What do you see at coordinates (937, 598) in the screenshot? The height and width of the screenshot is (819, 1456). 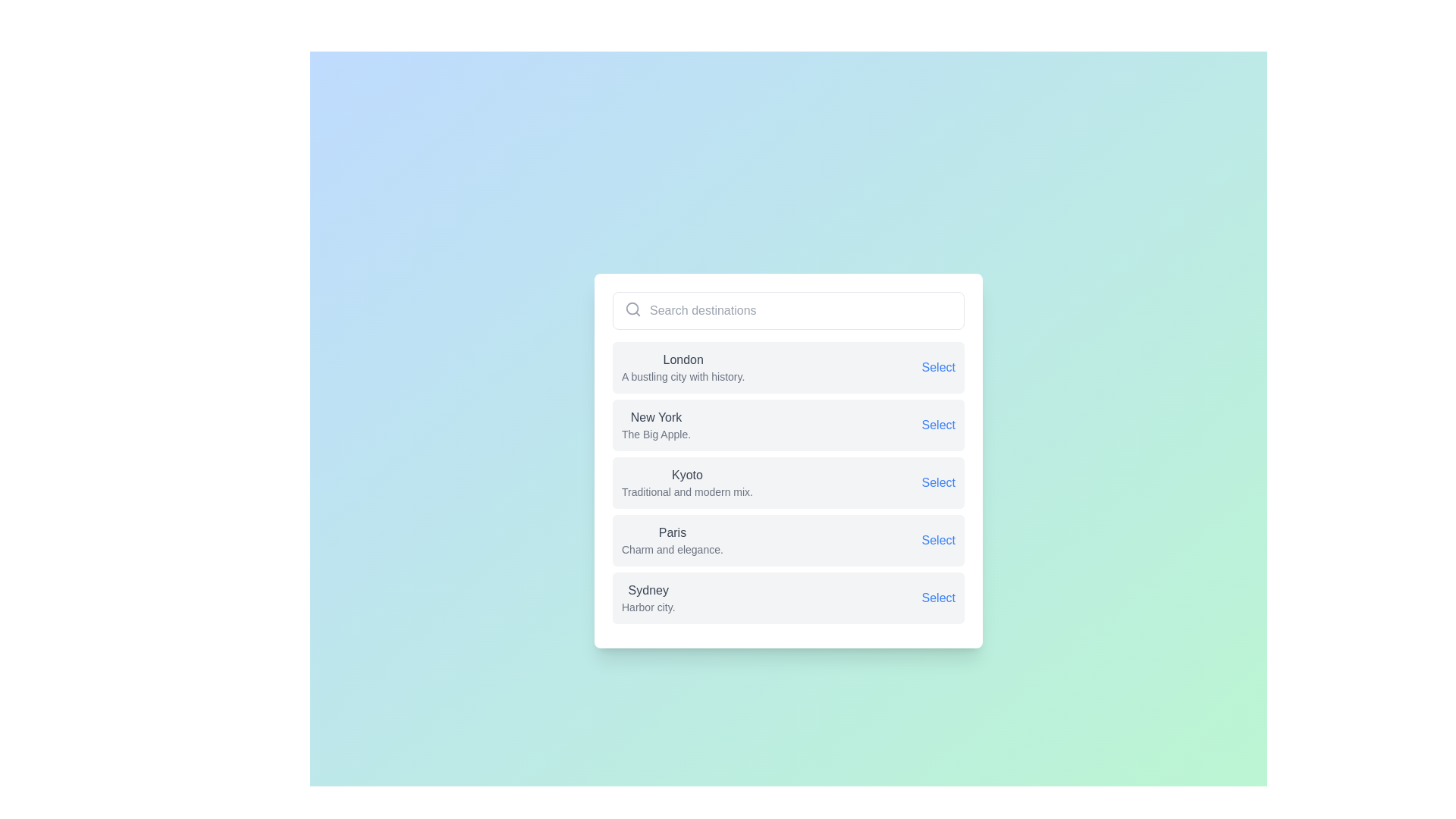 I see `the button located at the right end of the list item corresponding to 'Sydney'` at bounding box center [937, 598].